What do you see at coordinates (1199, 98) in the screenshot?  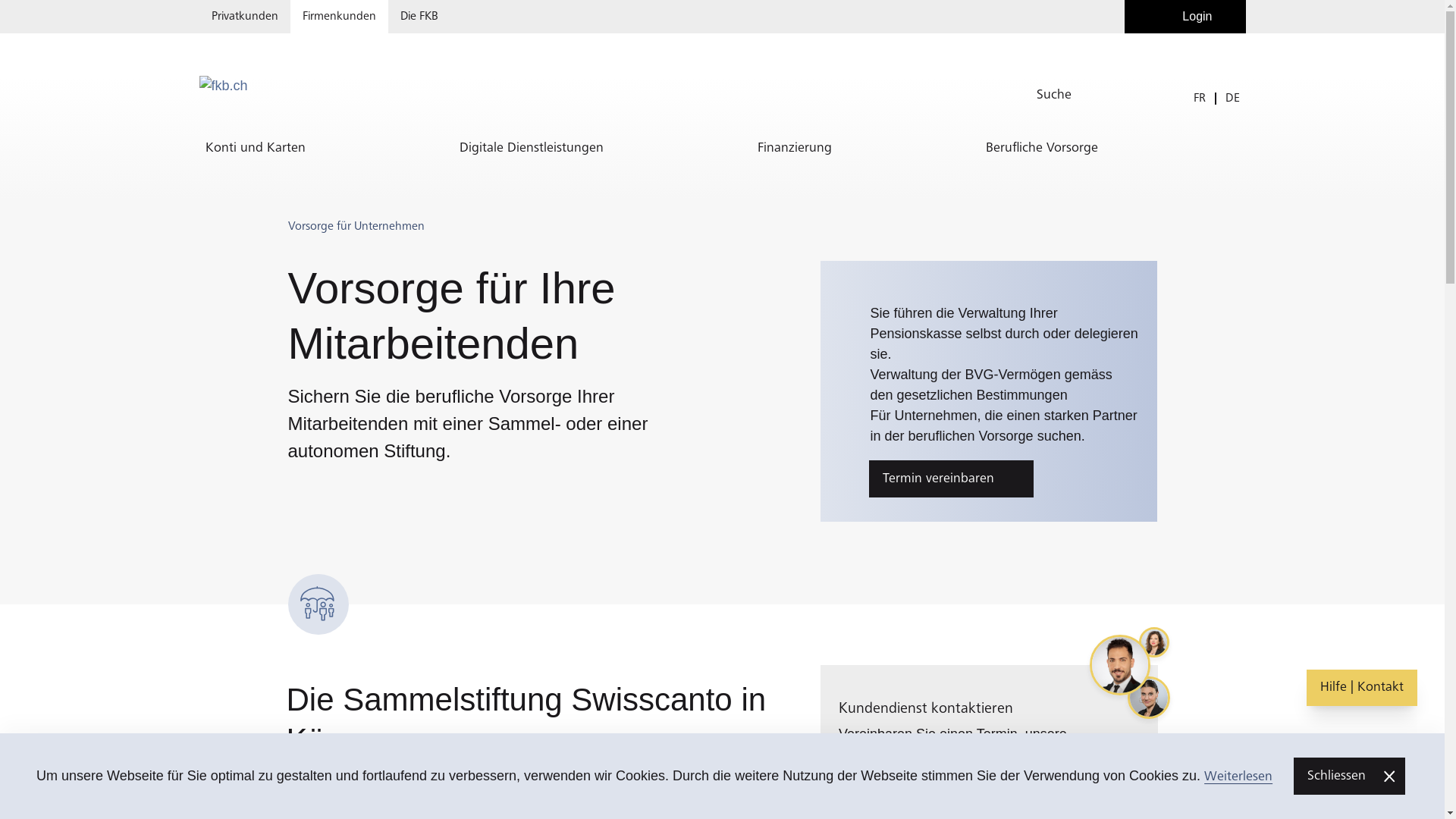 I see `'FR'` at bounding box center [1199, 98].